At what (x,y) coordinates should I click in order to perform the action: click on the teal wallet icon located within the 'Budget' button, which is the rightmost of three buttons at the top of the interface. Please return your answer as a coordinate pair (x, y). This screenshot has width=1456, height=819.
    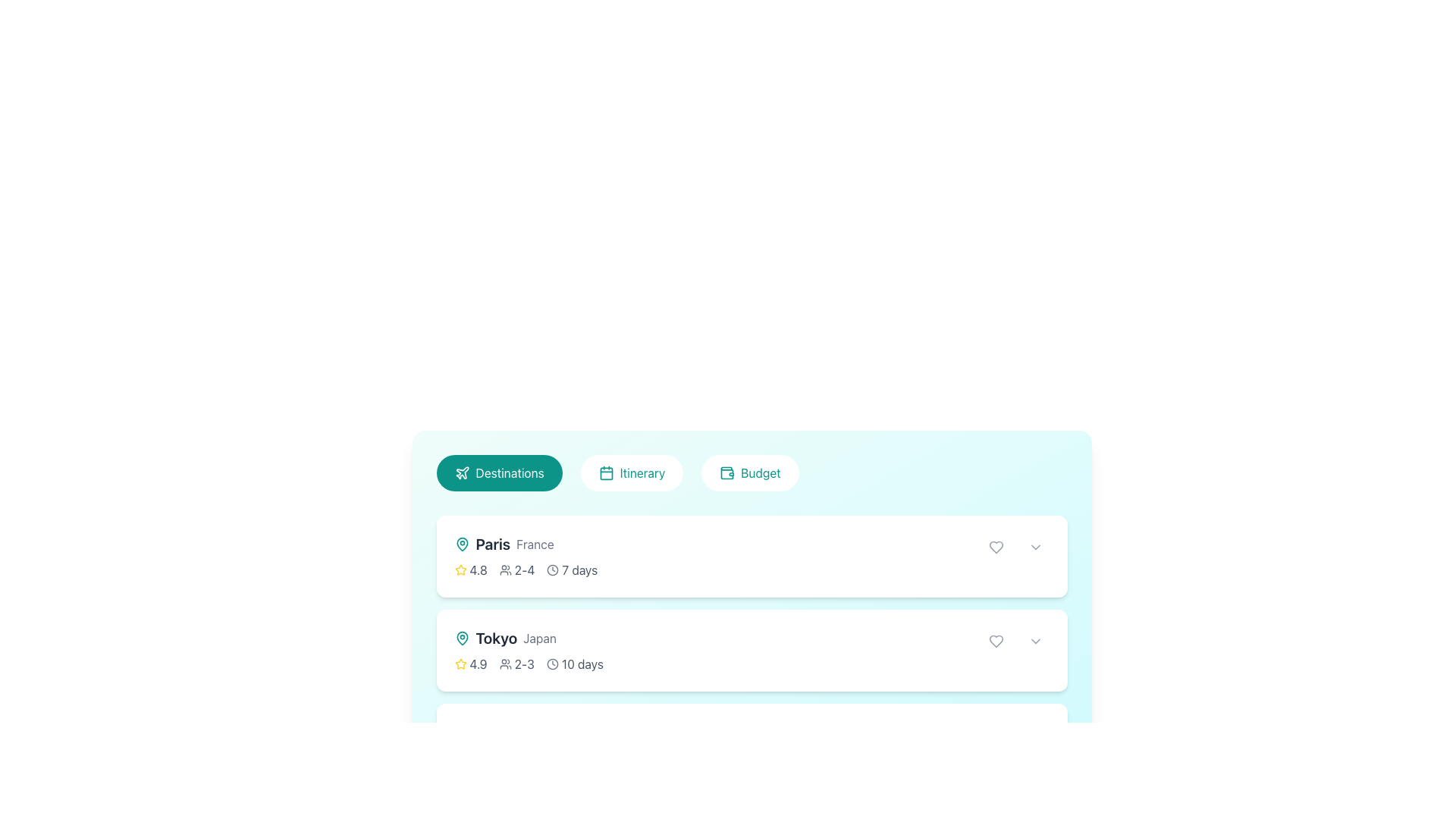
    Looking at the image, I should click on (726, 472).